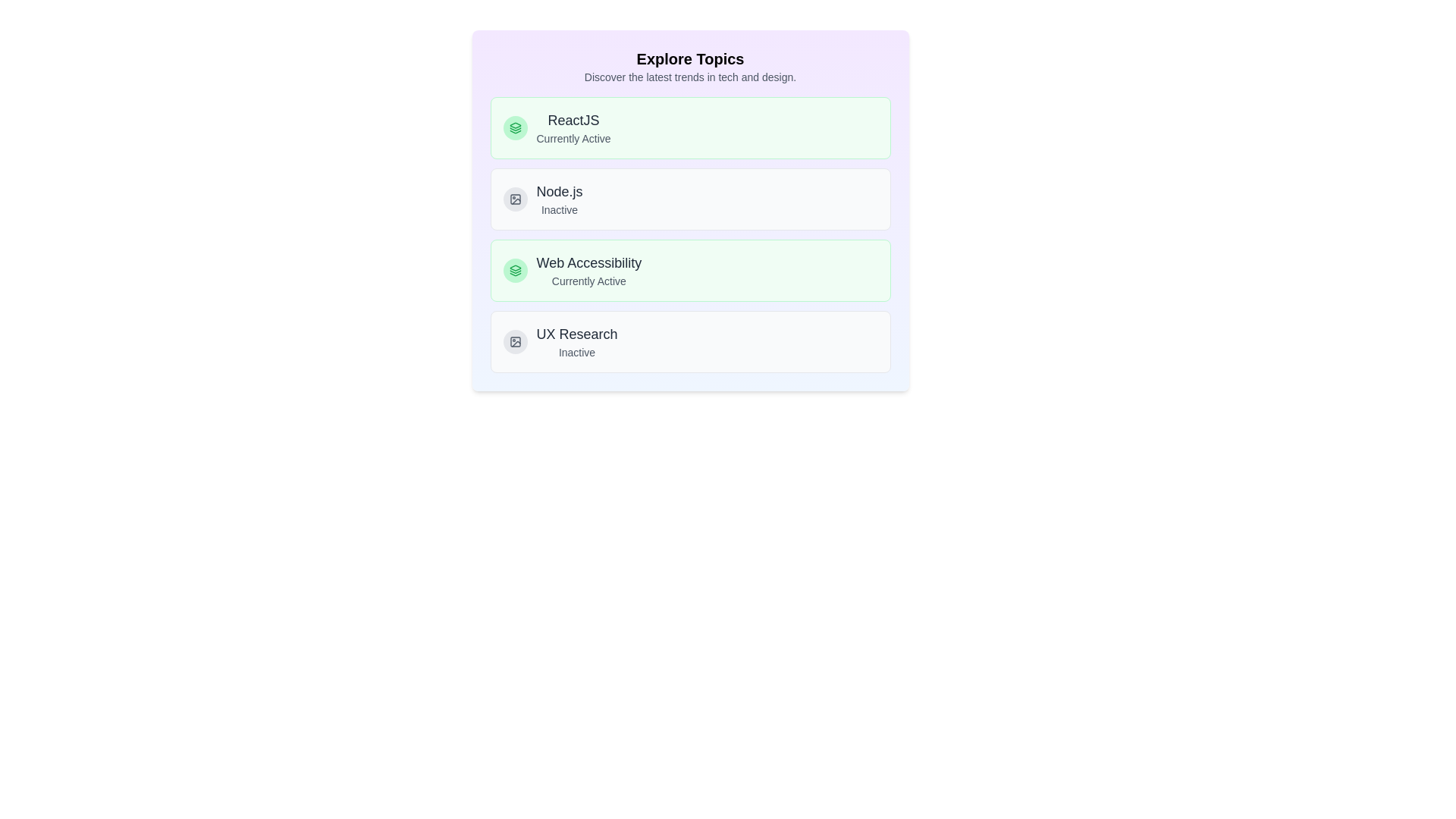  I want to click on the topic UX Research, so click(689, 342).